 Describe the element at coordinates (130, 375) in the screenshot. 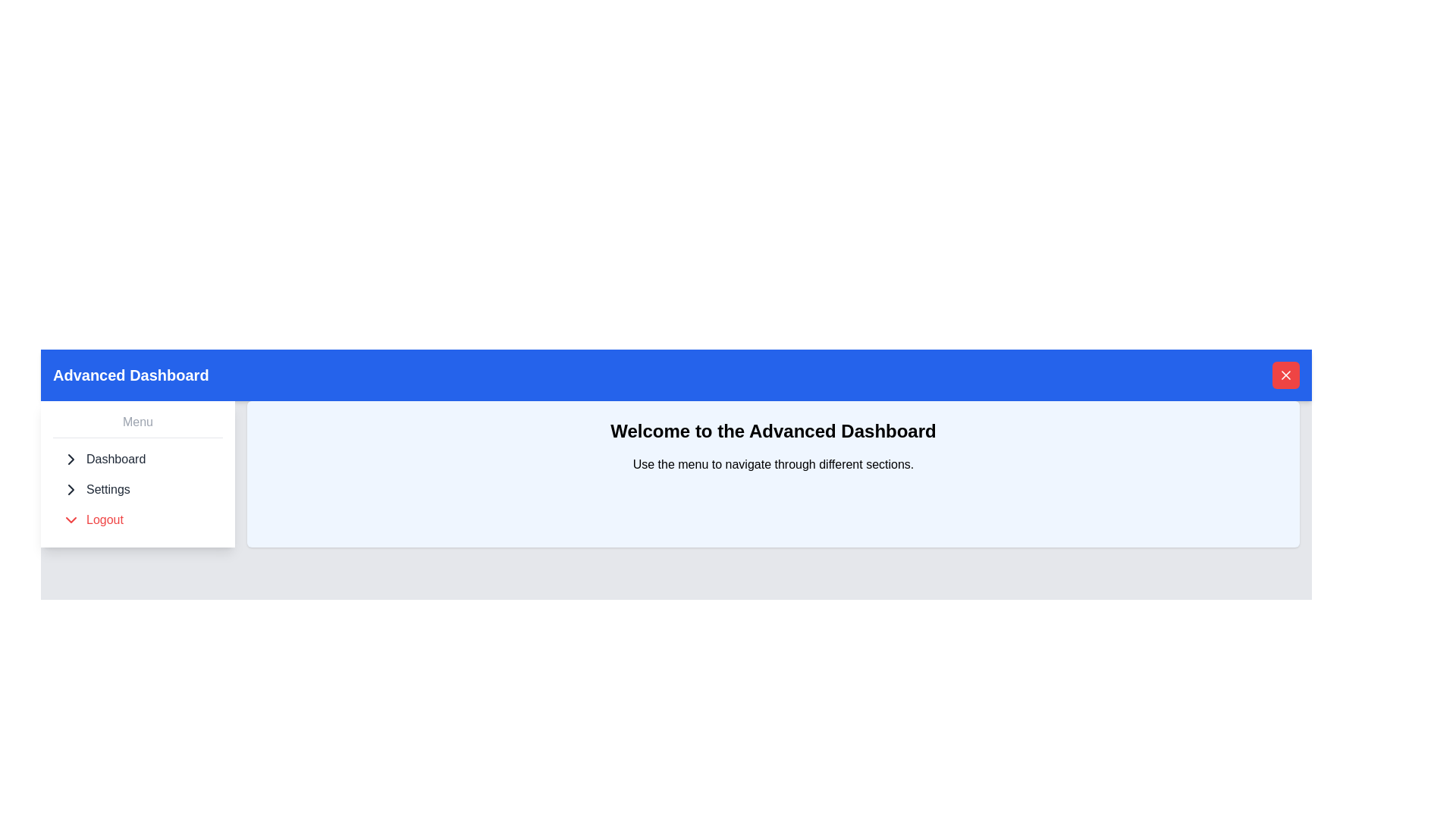

I see `the 'Advanced Dashboard' static text label, which is prominently displayed in bold, extra-large font on the left side of the top navigation bar` at that location.